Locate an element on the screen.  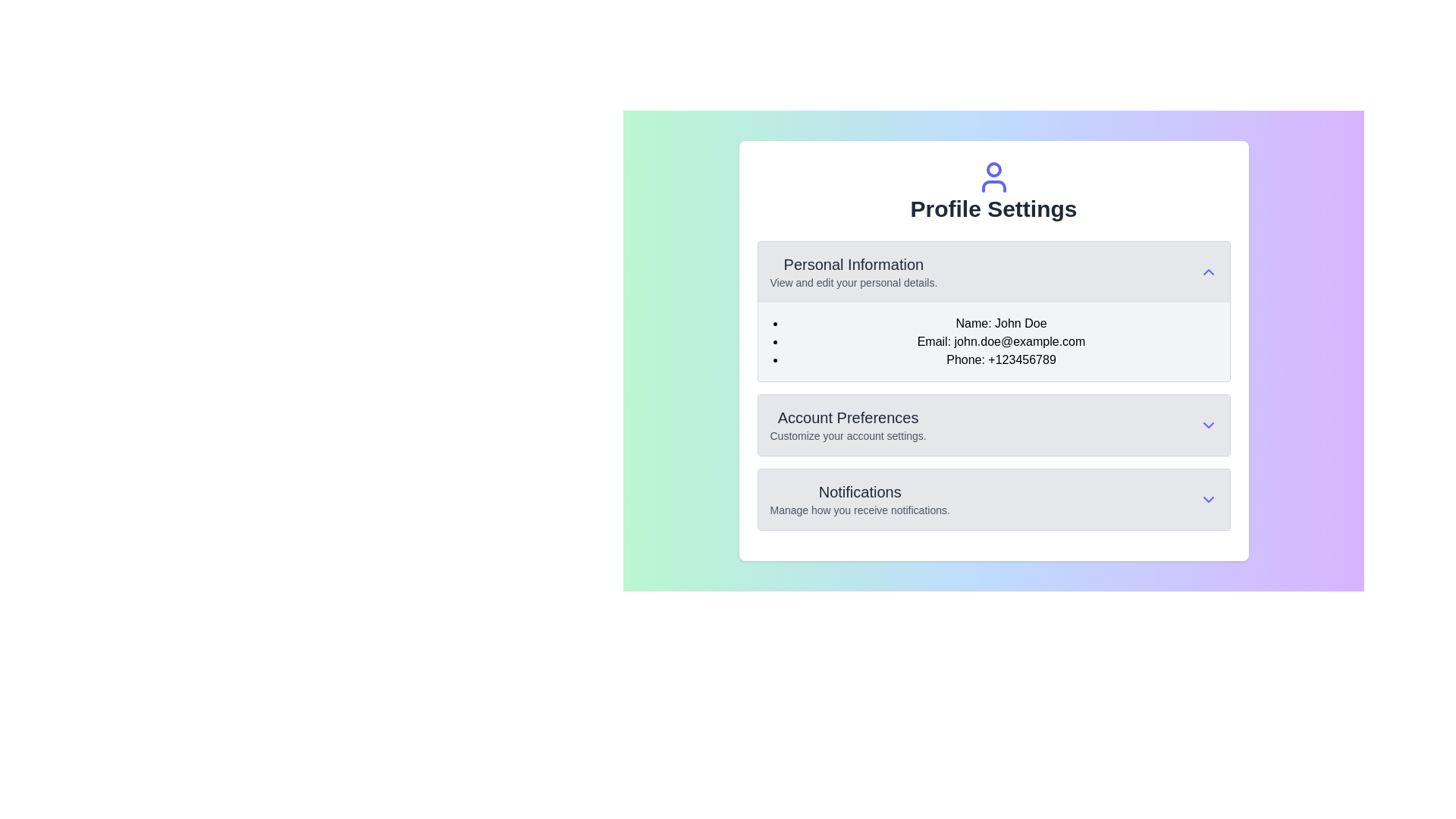
the 'Profile Settings' text label, which serves as the title for the current section of the interface, positioned centrally below the user icon is located at coordinates (993, 209).